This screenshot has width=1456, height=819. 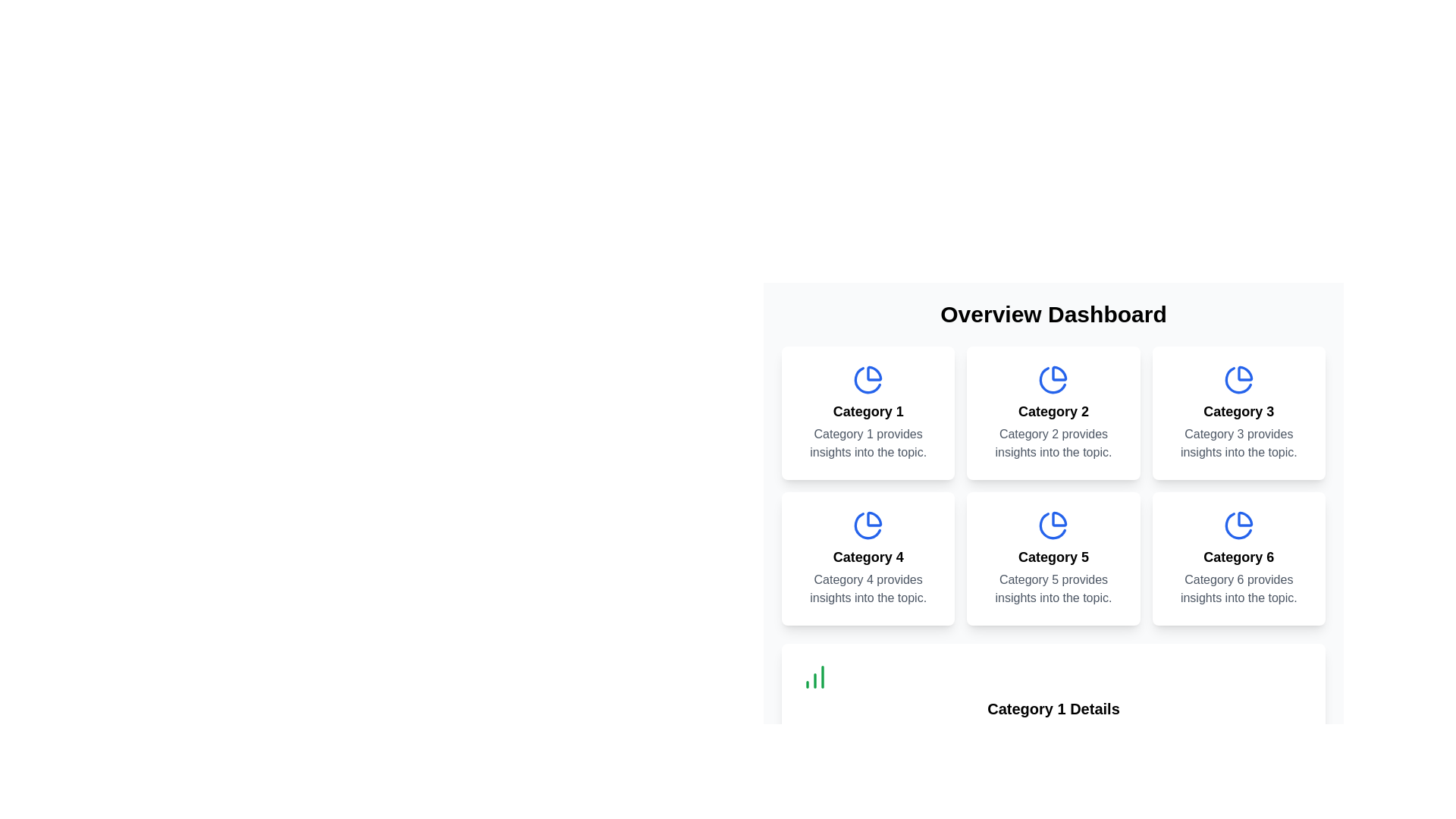 What do you see at coordinates (868, 588) in the screenshot?
I see `the static informational text located below 'Category 4' in the second column of the second row within the grid of categories` at bounding box center [868, 588].